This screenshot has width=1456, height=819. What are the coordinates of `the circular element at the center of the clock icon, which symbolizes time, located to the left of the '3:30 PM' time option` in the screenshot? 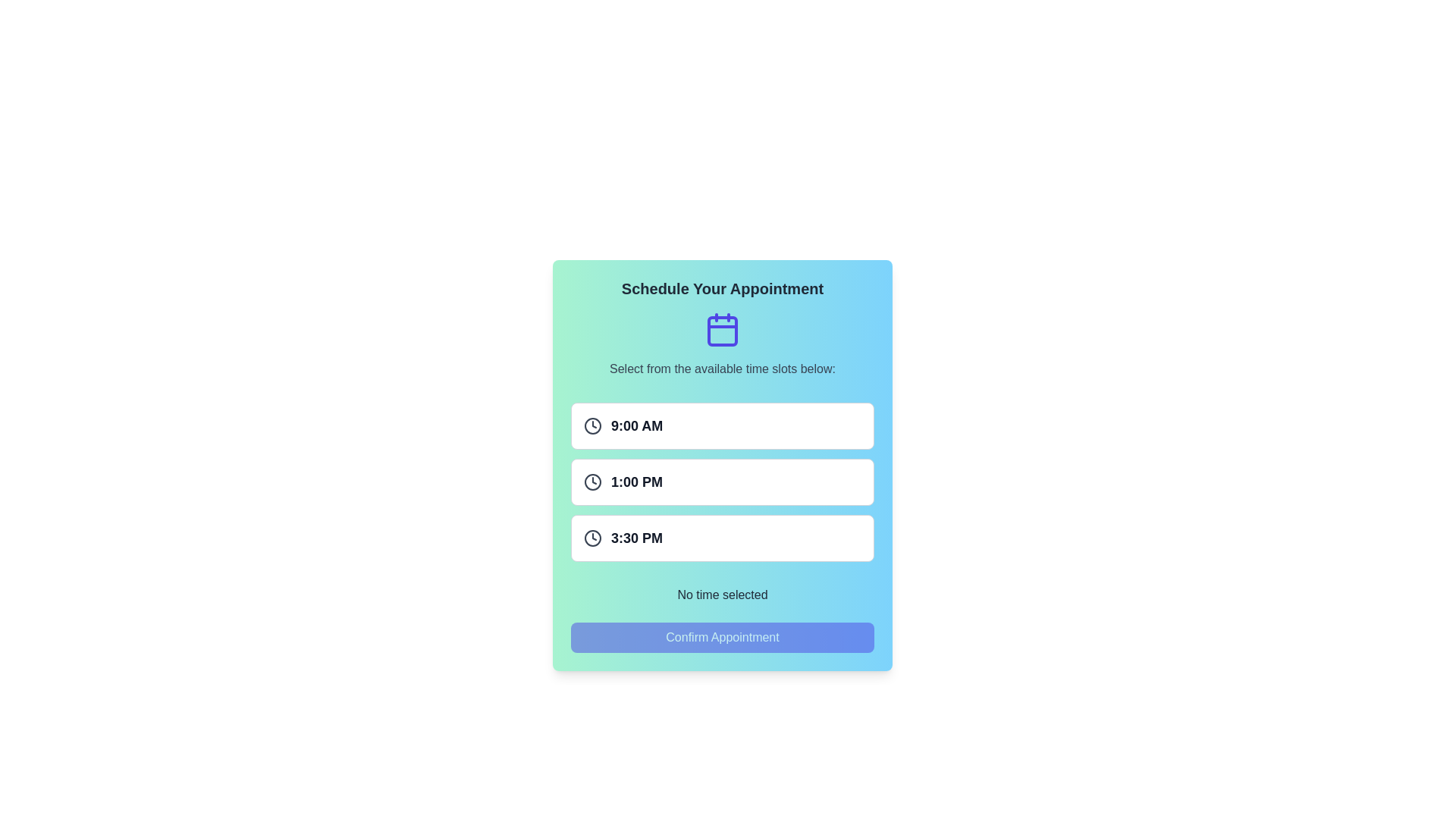 It's located at (592, 537).